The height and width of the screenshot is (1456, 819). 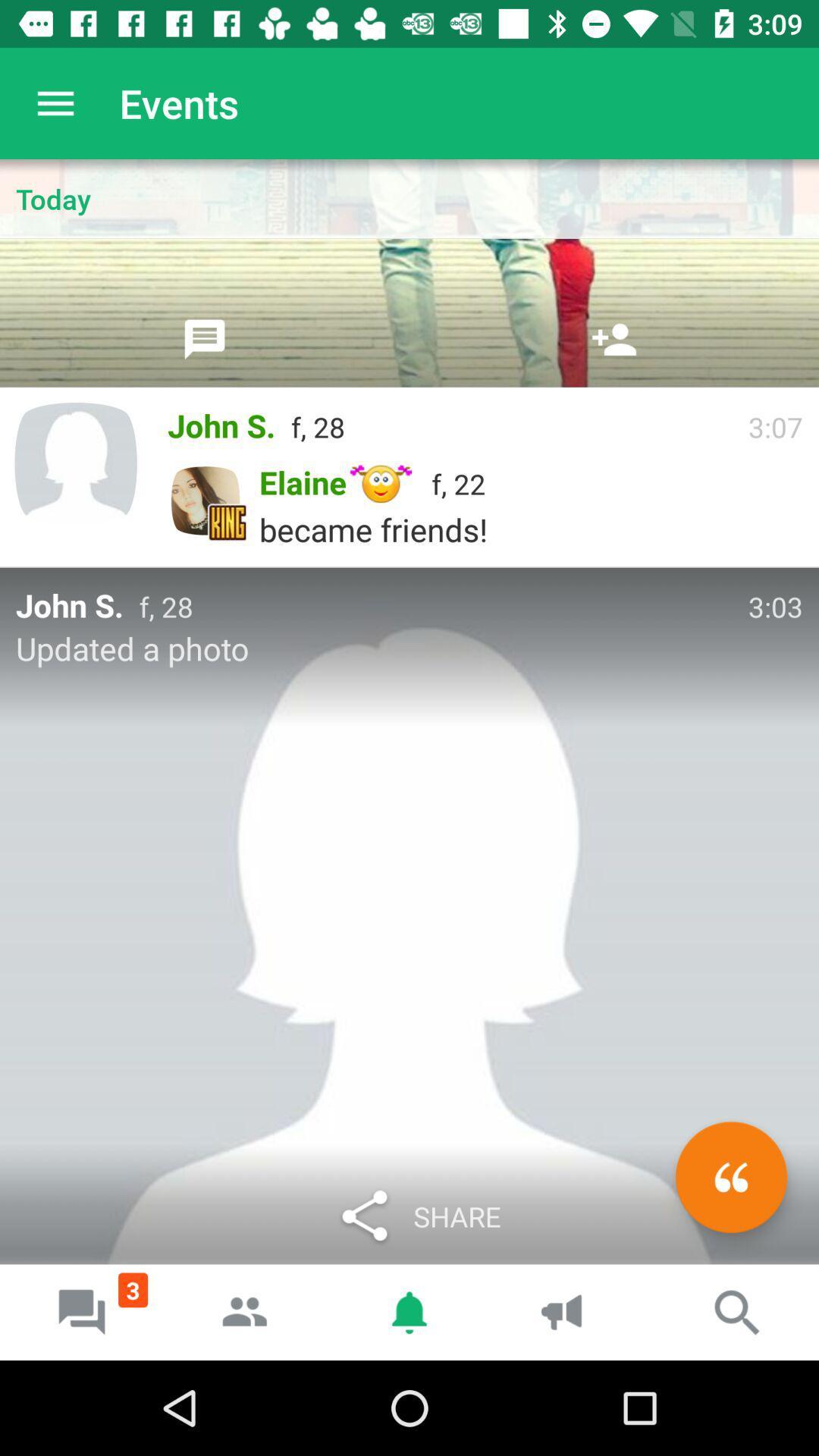 I want to click on person as friend, so click(x=614, y=338).